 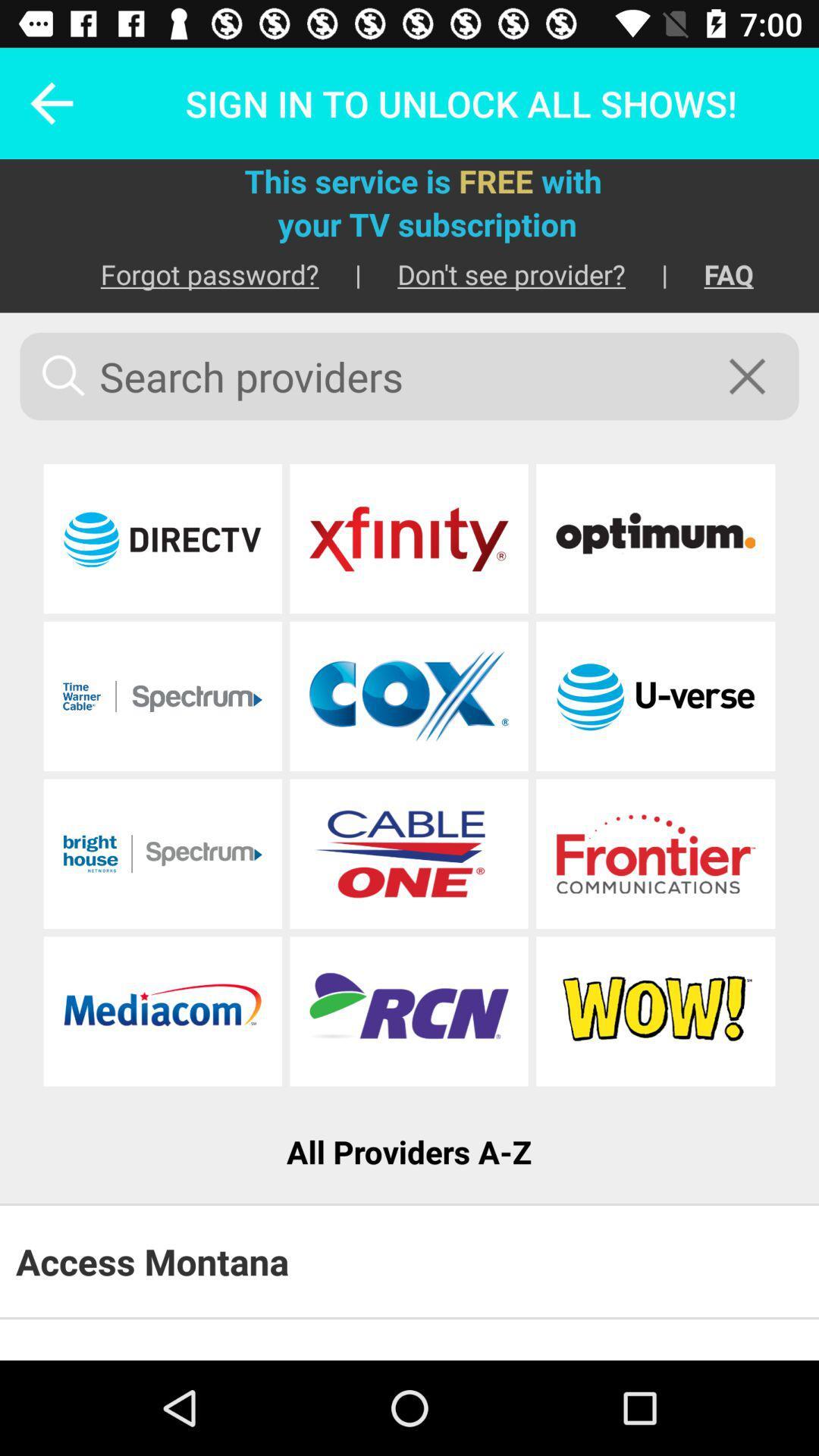 I want to click on provider mediacom, so click(x=162, y=1011).